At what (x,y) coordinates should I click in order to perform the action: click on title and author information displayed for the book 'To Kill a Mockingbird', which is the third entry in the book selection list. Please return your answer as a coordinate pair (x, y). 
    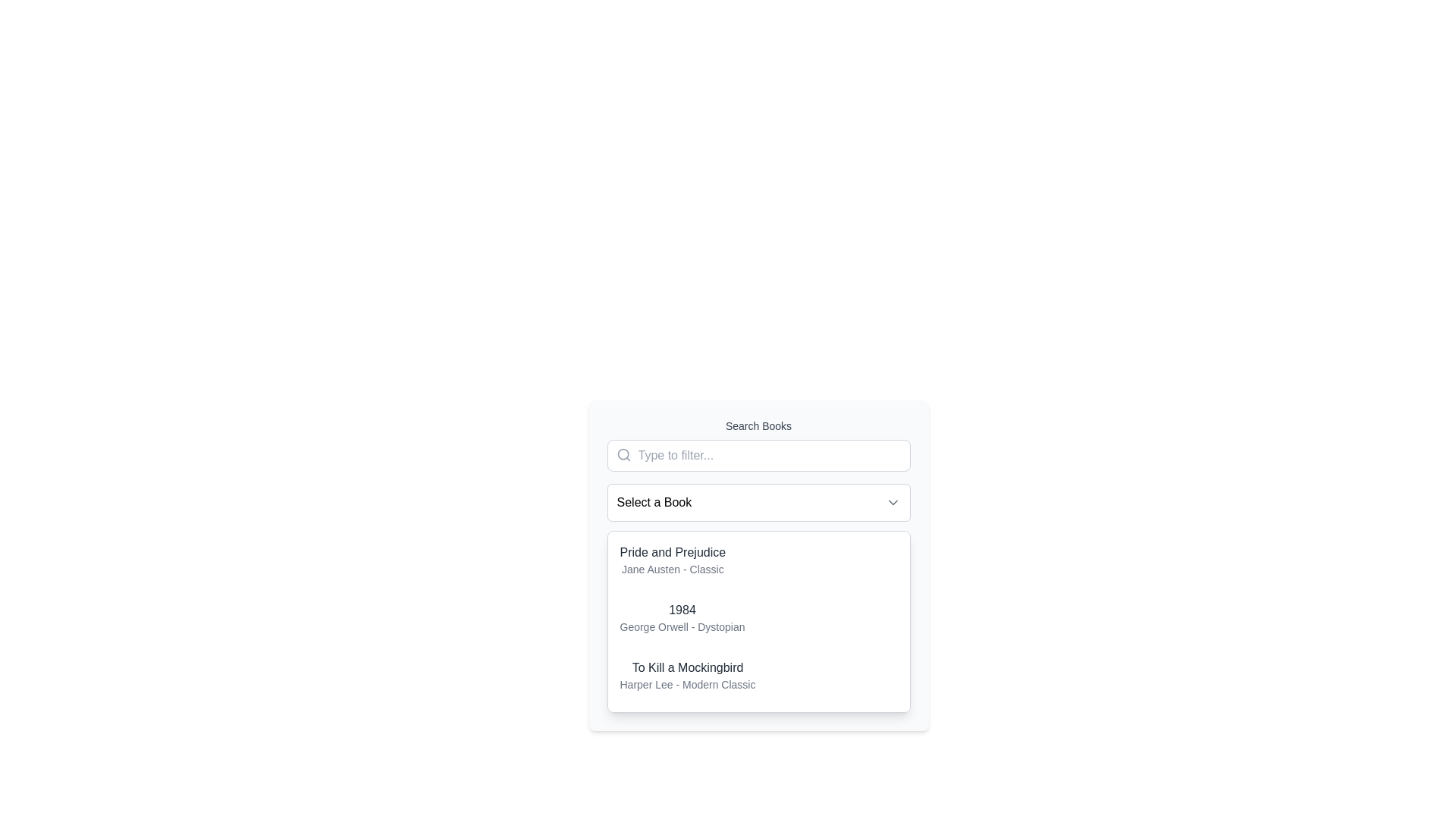
    Looking at the image, I should click on (687, 675).